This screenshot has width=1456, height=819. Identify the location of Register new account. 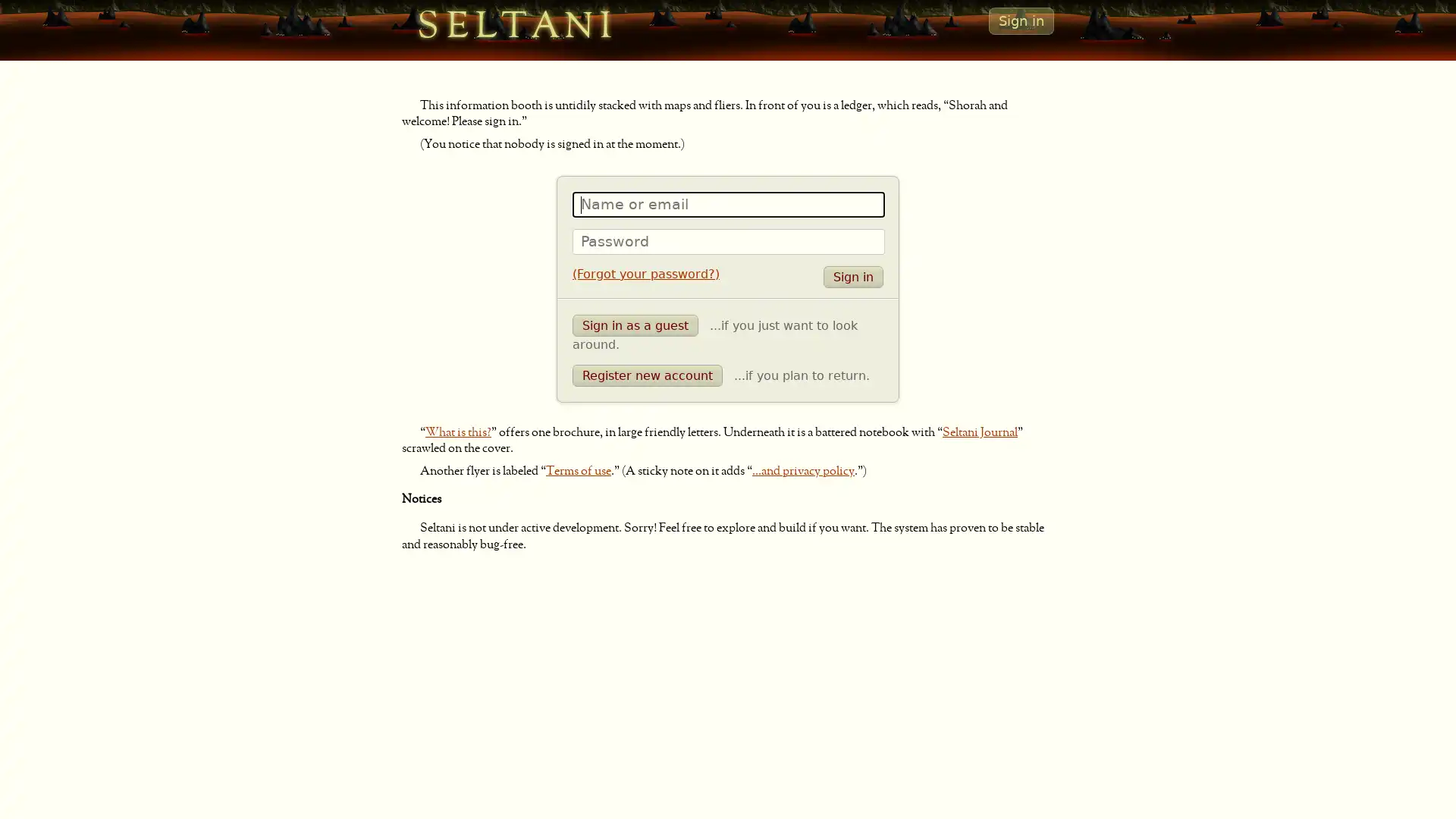
(648, 375).